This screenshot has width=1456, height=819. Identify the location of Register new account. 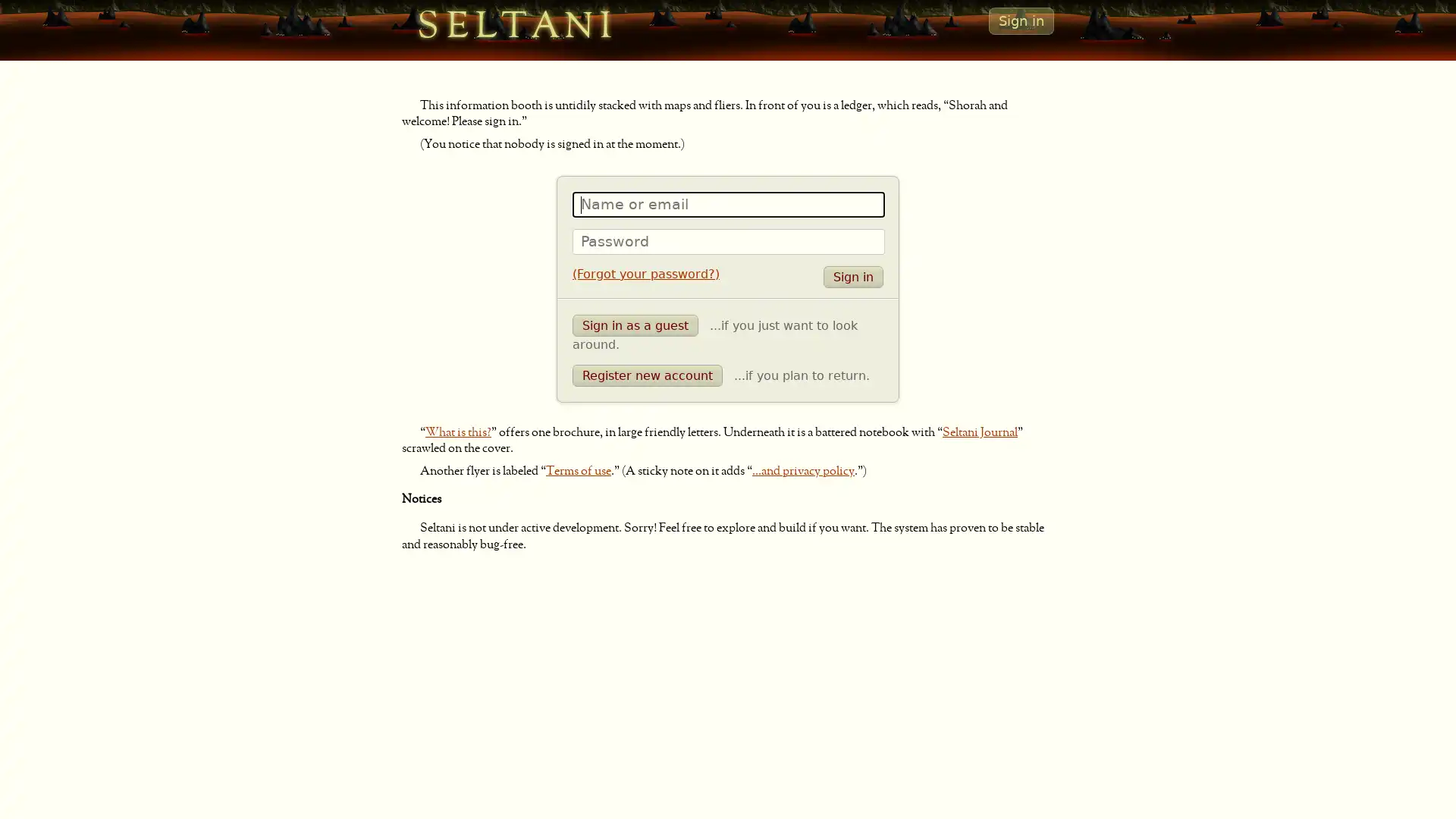
(648, 375).